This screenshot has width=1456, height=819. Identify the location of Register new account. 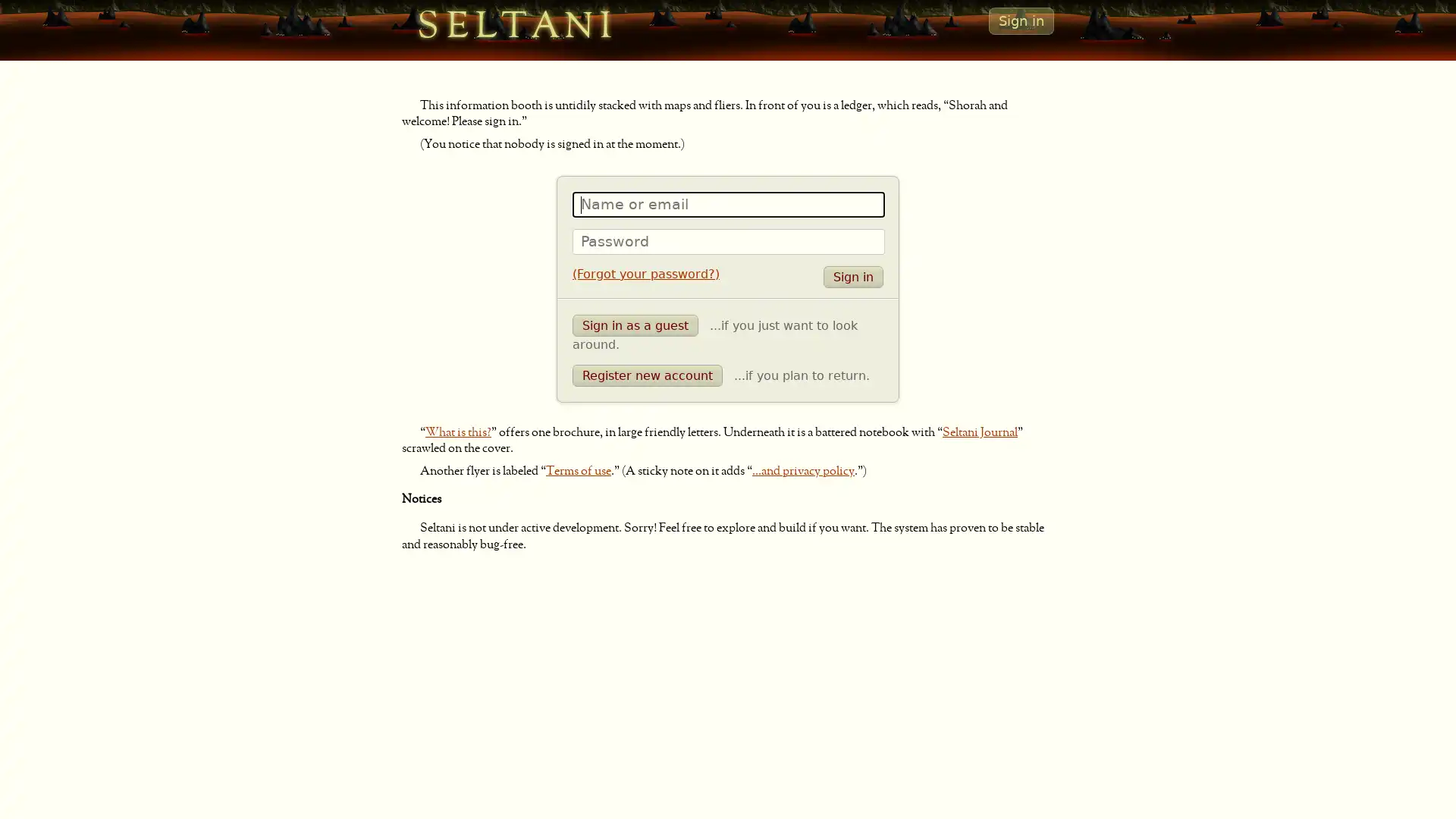
(648, 375).